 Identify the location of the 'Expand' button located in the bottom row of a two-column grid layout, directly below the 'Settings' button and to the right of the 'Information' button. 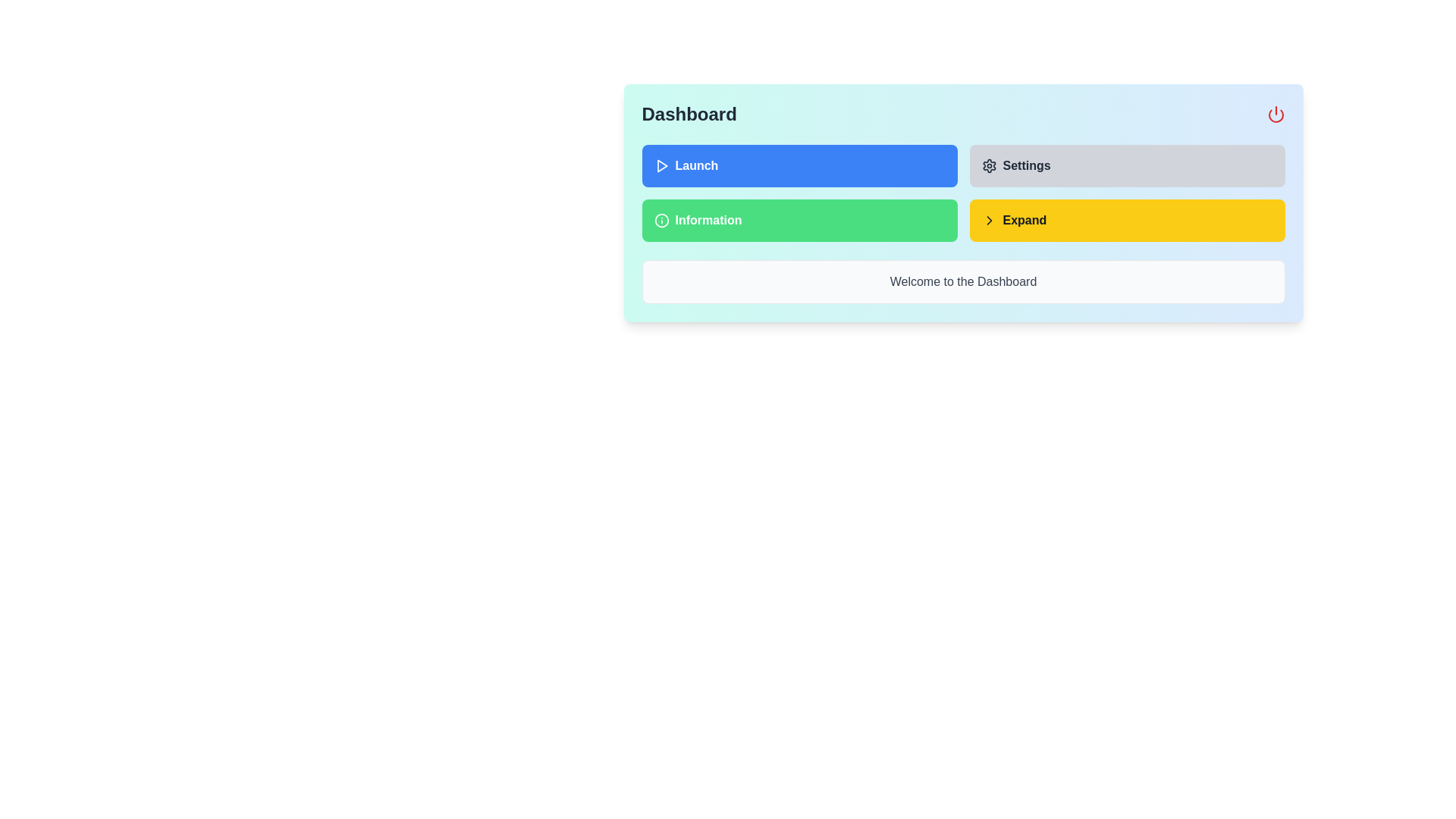
(1127, 220).